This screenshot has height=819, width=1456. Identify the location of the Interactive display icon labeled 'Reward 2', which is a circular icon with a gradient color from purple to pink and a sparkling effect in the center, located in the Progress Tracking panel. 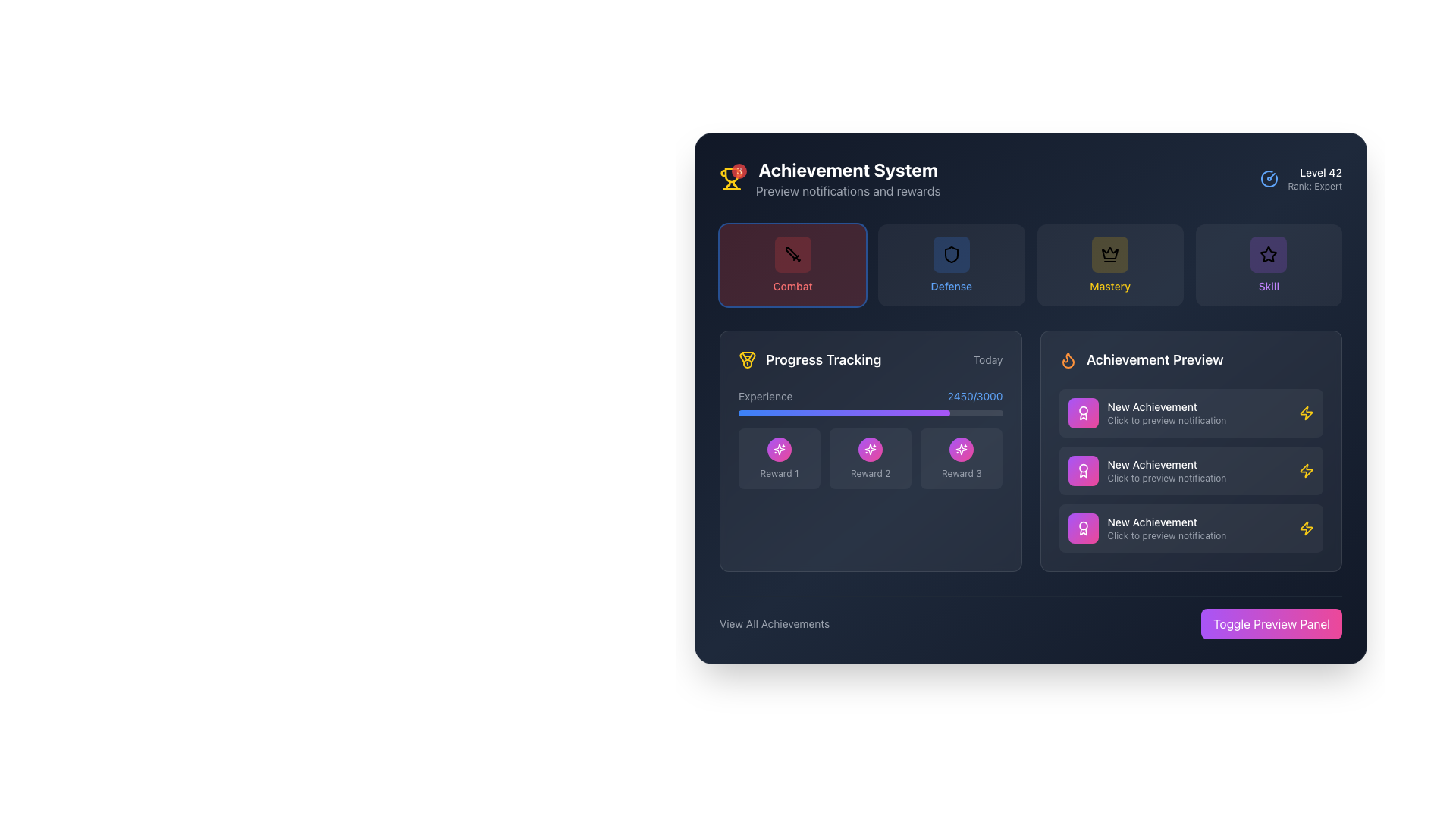
(871, 458).